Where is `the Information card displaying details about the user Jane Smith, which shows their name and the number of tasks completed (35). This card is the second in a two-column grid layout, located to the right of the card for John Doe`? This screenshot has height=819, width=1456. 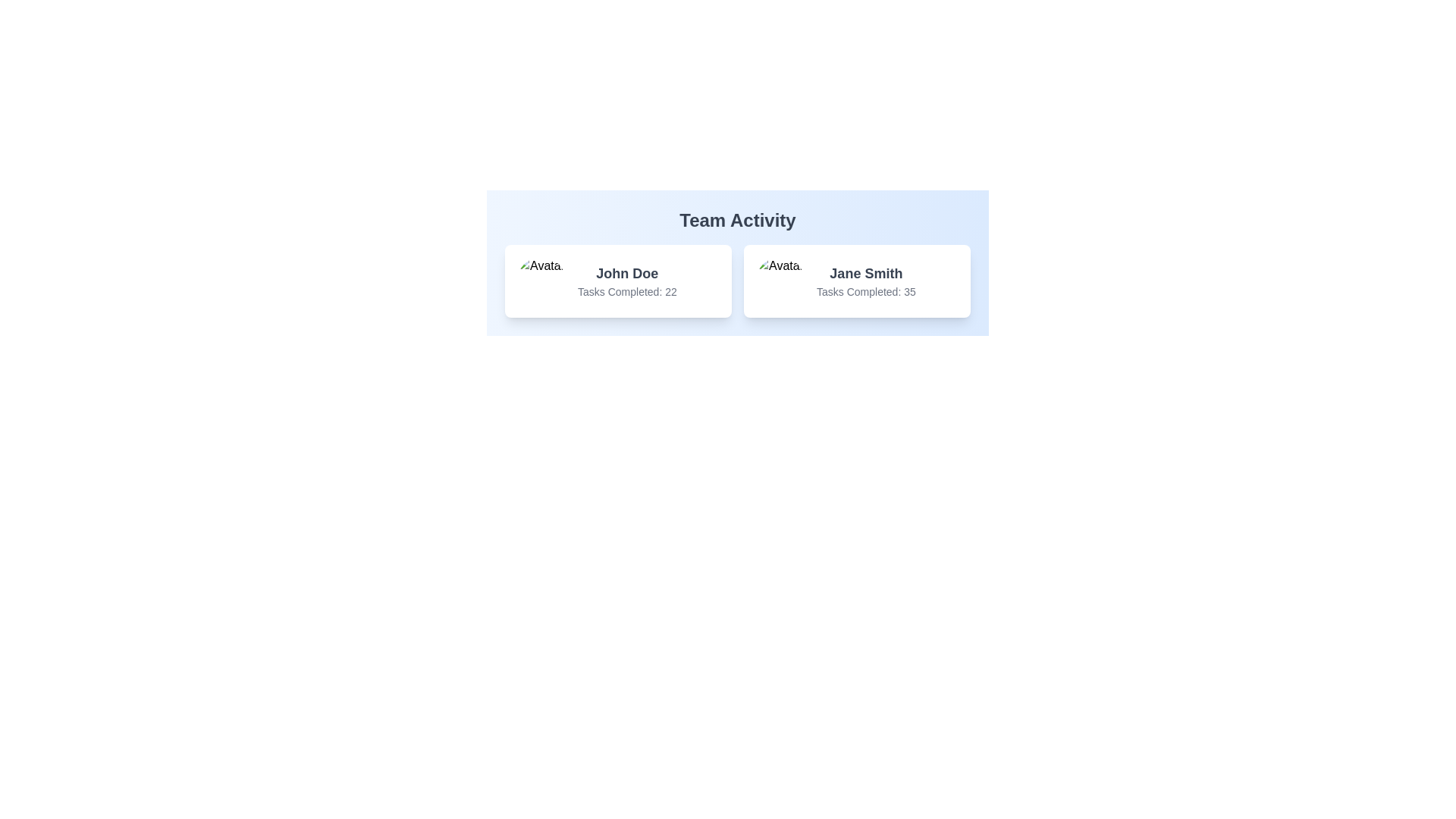 the Information card displaying details about the user Jane Smith, which shows their name and the number of tasks completed (35). This card is the second in a two-column grid layout, located to the right of the card for John Doe is located at coordinates (857, 281).